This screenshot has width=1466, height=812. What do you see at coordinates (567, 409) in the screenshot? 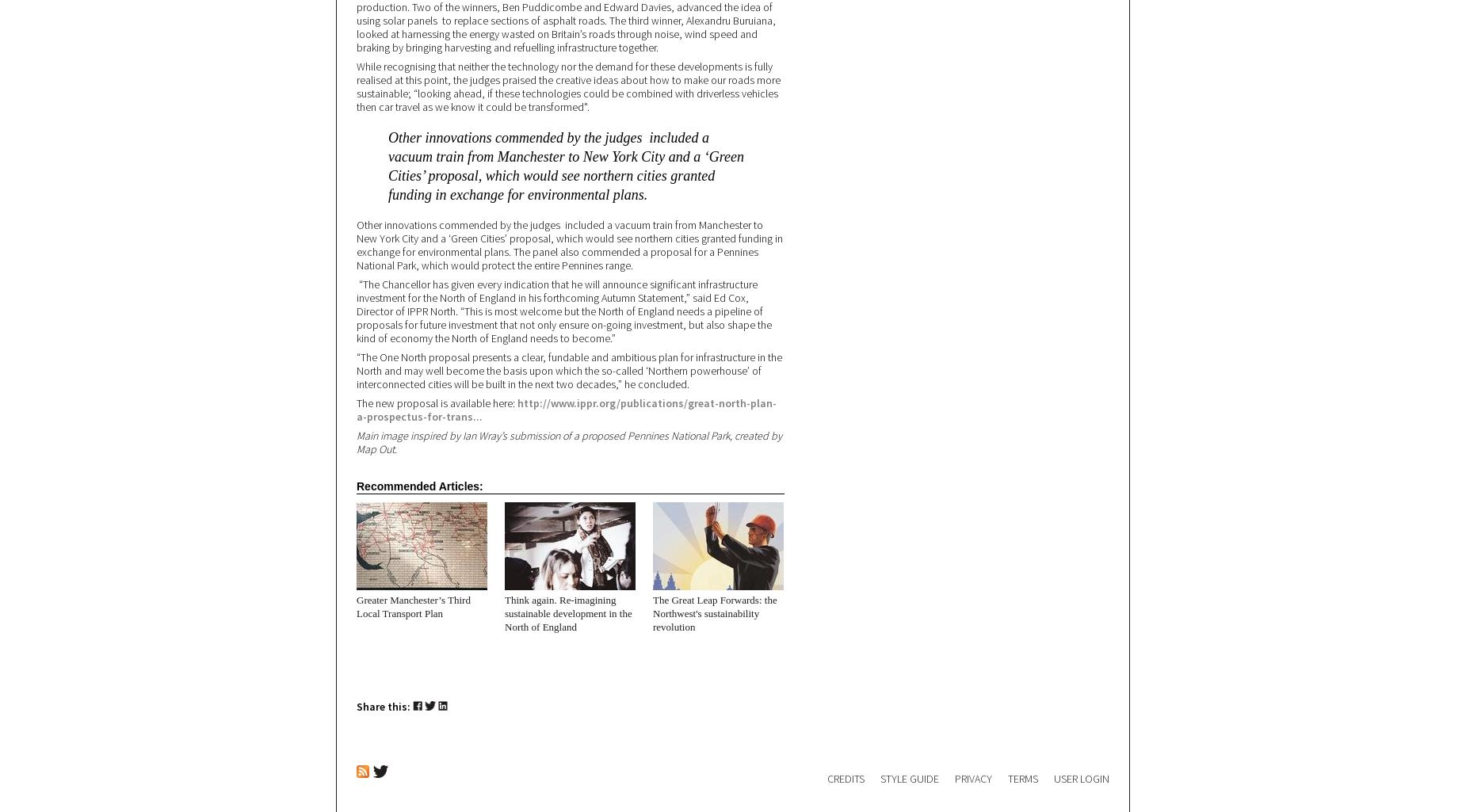
I see `'http://www.ippr.org/publications/great-north-plan-a-prospectus-for-trans...'` at bounding box center [567, 409].